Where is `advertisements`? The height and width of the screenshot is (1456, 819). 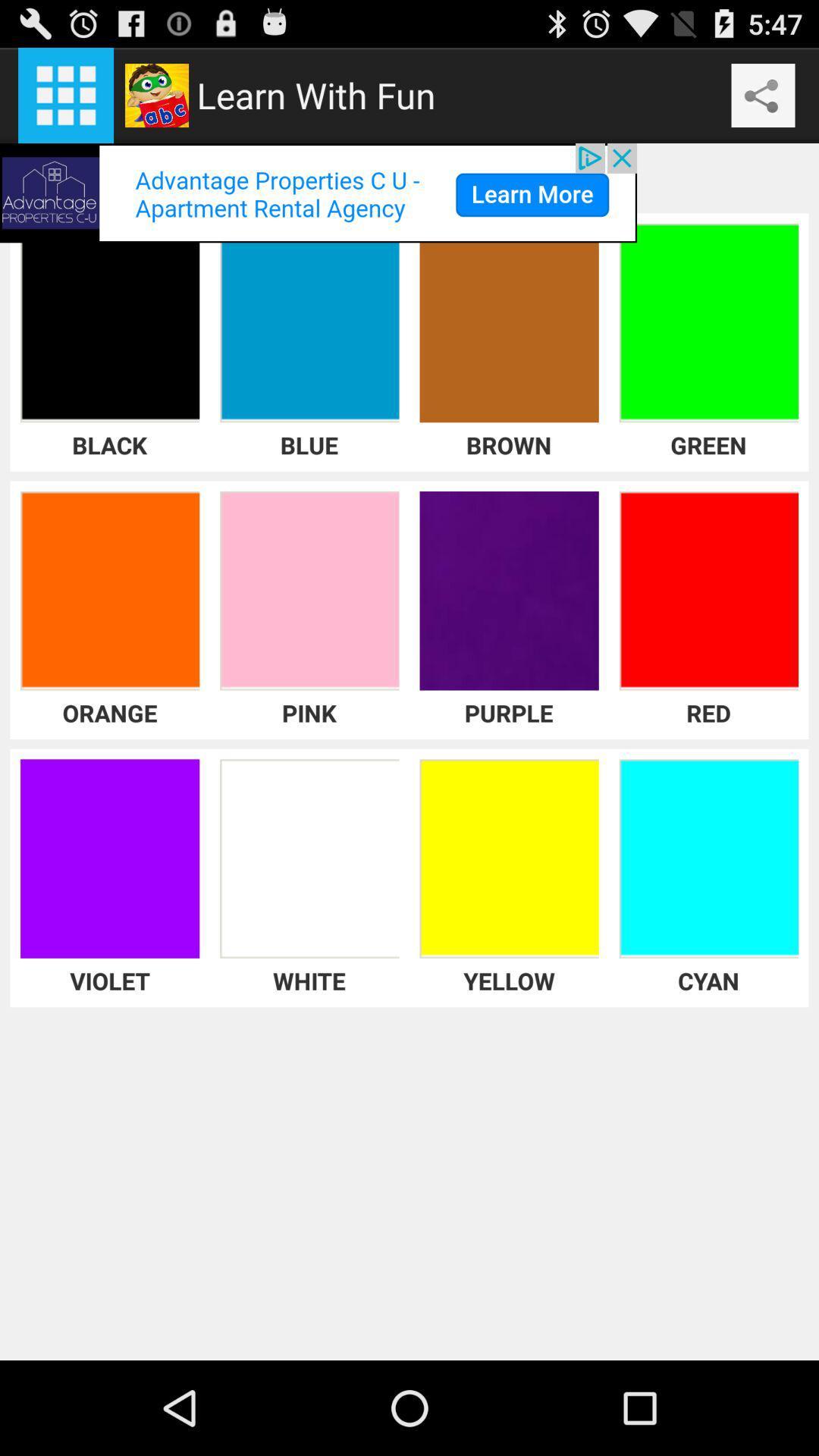 advertisements is located at coordinates (318, 192).